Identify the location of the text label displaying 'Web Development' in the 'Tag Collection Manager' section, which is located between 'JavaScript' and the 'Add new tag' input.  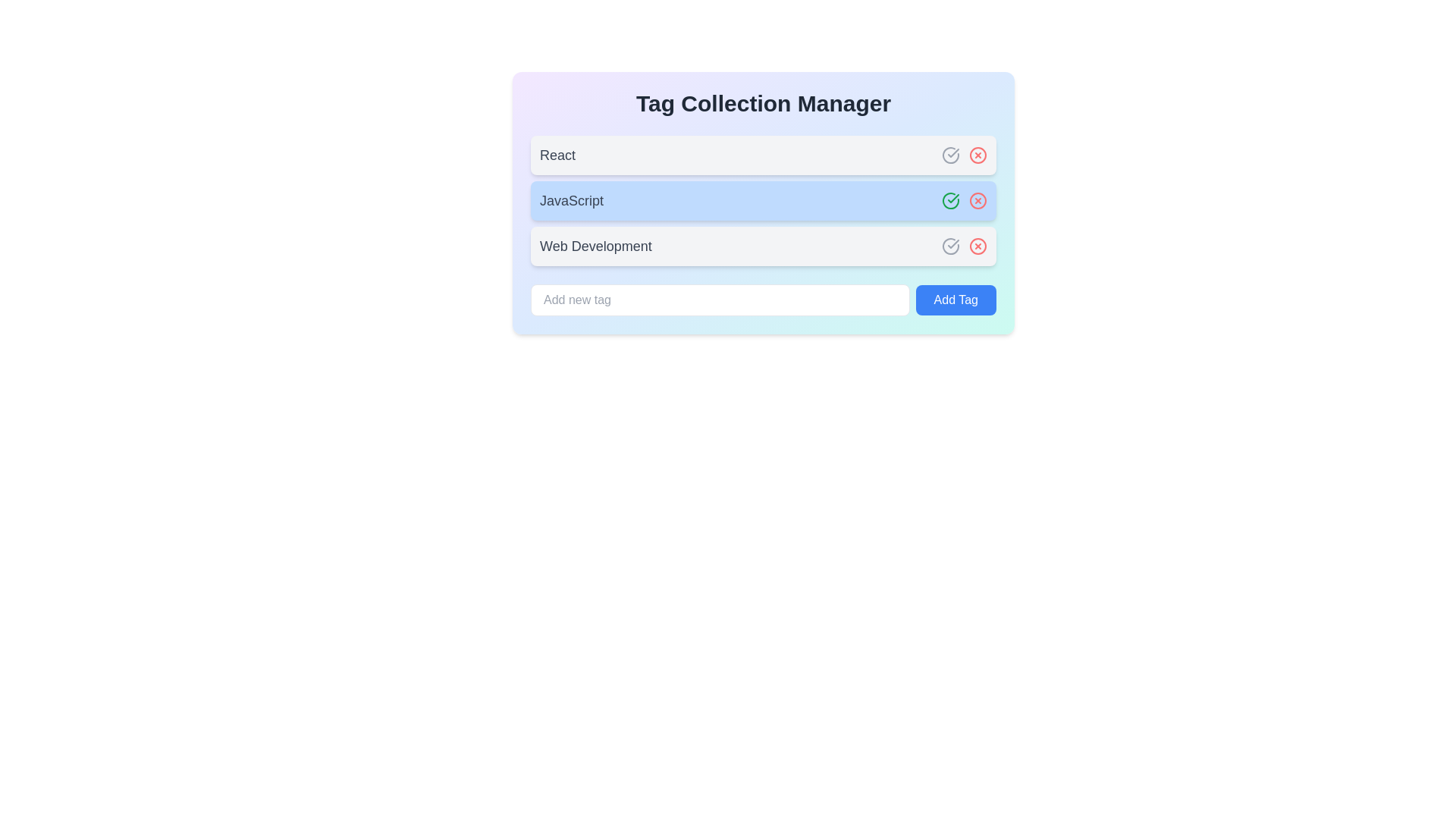
(595, 245).